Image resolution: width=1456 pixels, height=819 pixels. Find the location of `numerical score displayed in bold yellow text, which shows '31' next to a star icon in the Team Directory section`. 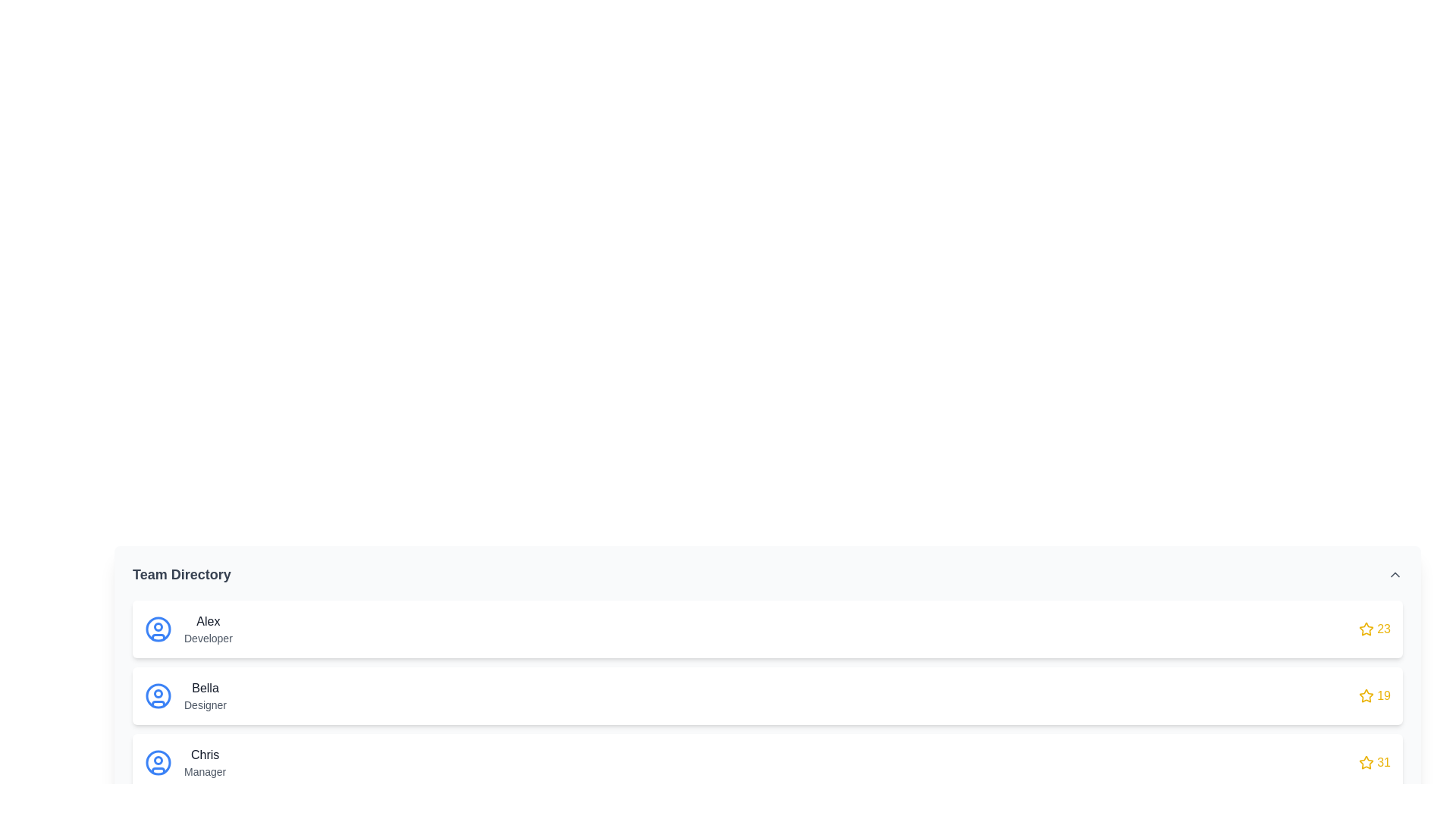

numerical score displayed in bold yellow text, which shows '31' next to a star icon in the Team Directory section is located at coordinates (1384, 763).